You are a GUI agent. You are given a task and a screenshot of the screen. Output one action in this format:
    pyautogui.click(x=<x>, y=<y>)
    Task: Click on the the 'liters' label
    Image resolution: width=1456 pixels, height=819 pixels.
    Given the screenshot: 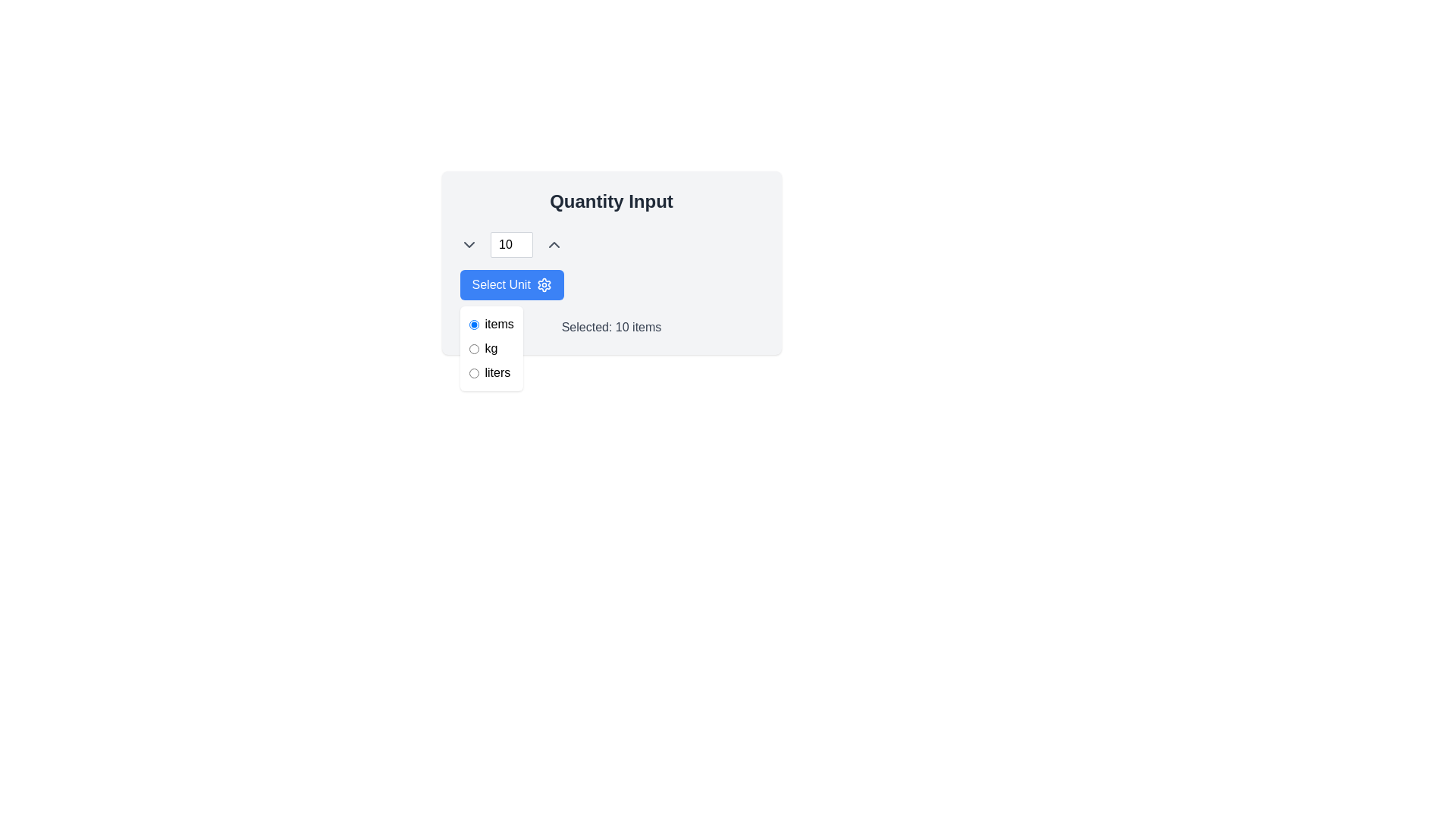 What is the action you would take?
    pyautogui.click(x=497, y=373)
    